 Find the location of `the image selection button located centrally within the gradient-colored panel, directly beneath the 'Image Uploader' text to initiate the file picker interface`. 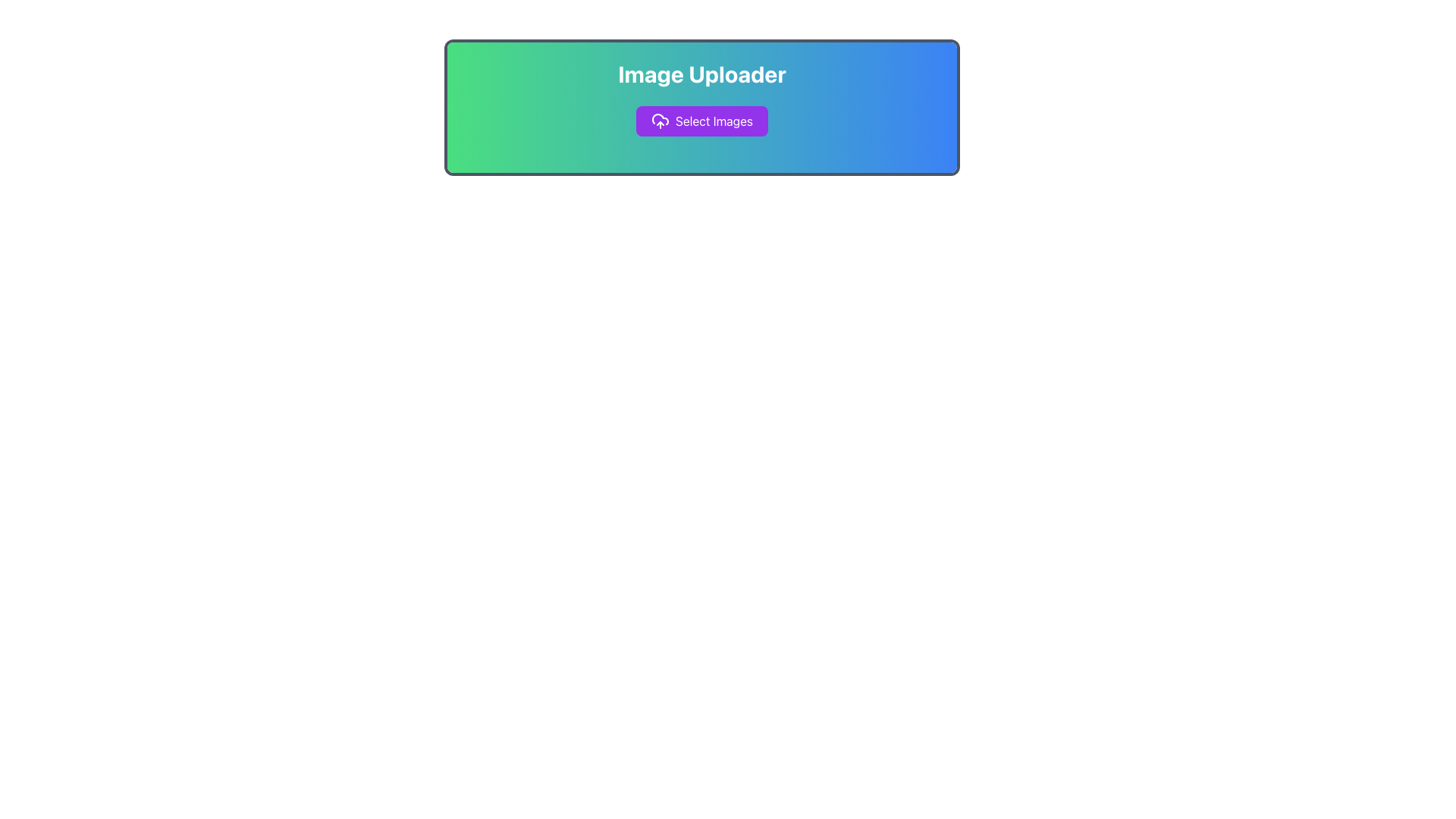

the image selection button located centrally within the gradient-colored panel, directly beneath the 'Image Uploader' text to initiate the file picker interface is located at coordinates (701, 120).